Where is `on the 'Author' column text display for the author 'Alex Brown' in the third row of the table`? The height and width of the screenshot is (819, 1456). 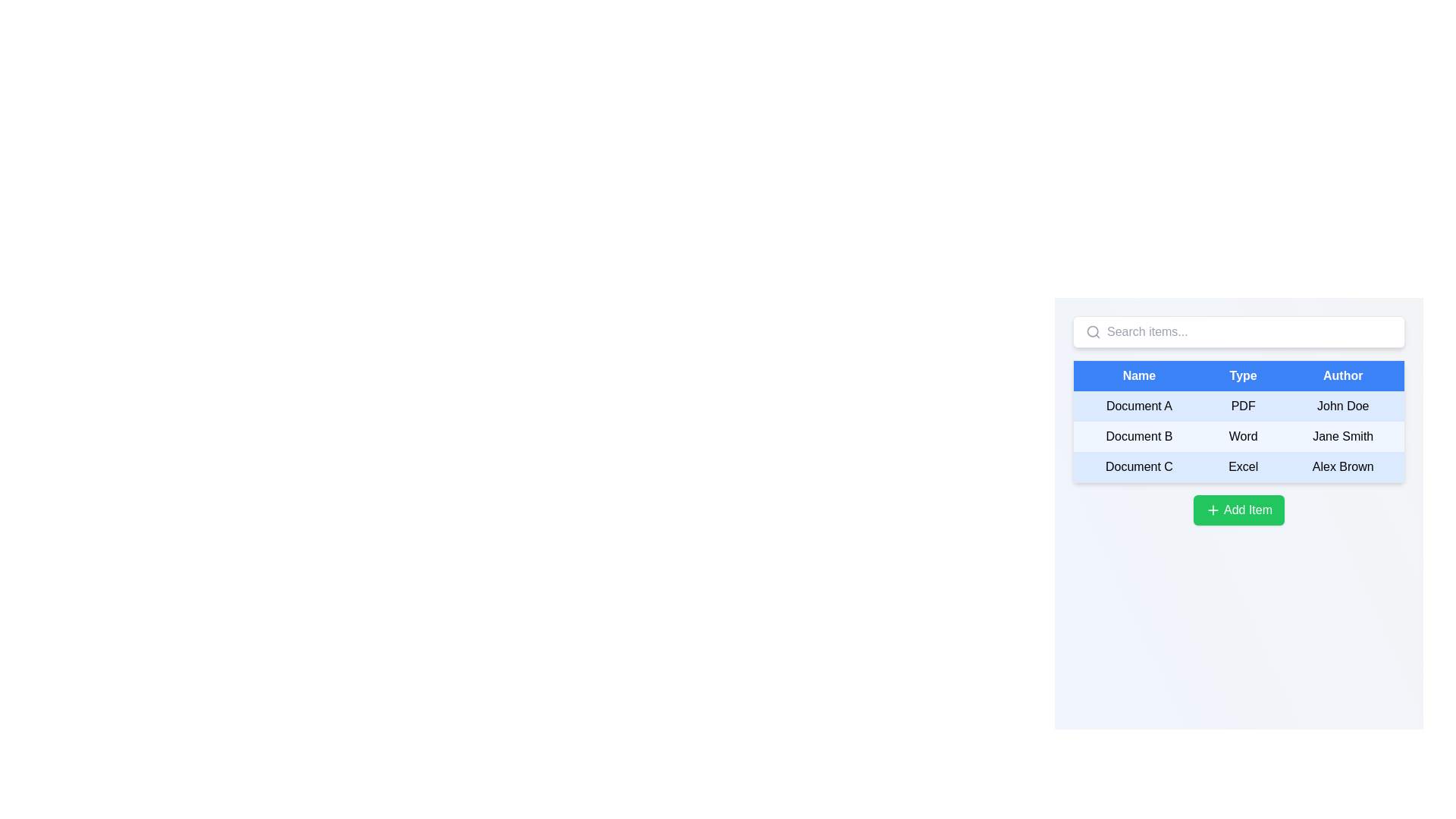
on the 'Author' column text display for the author 'Alex Brown' in the third row of the table is located at coordinates (1343, 466).